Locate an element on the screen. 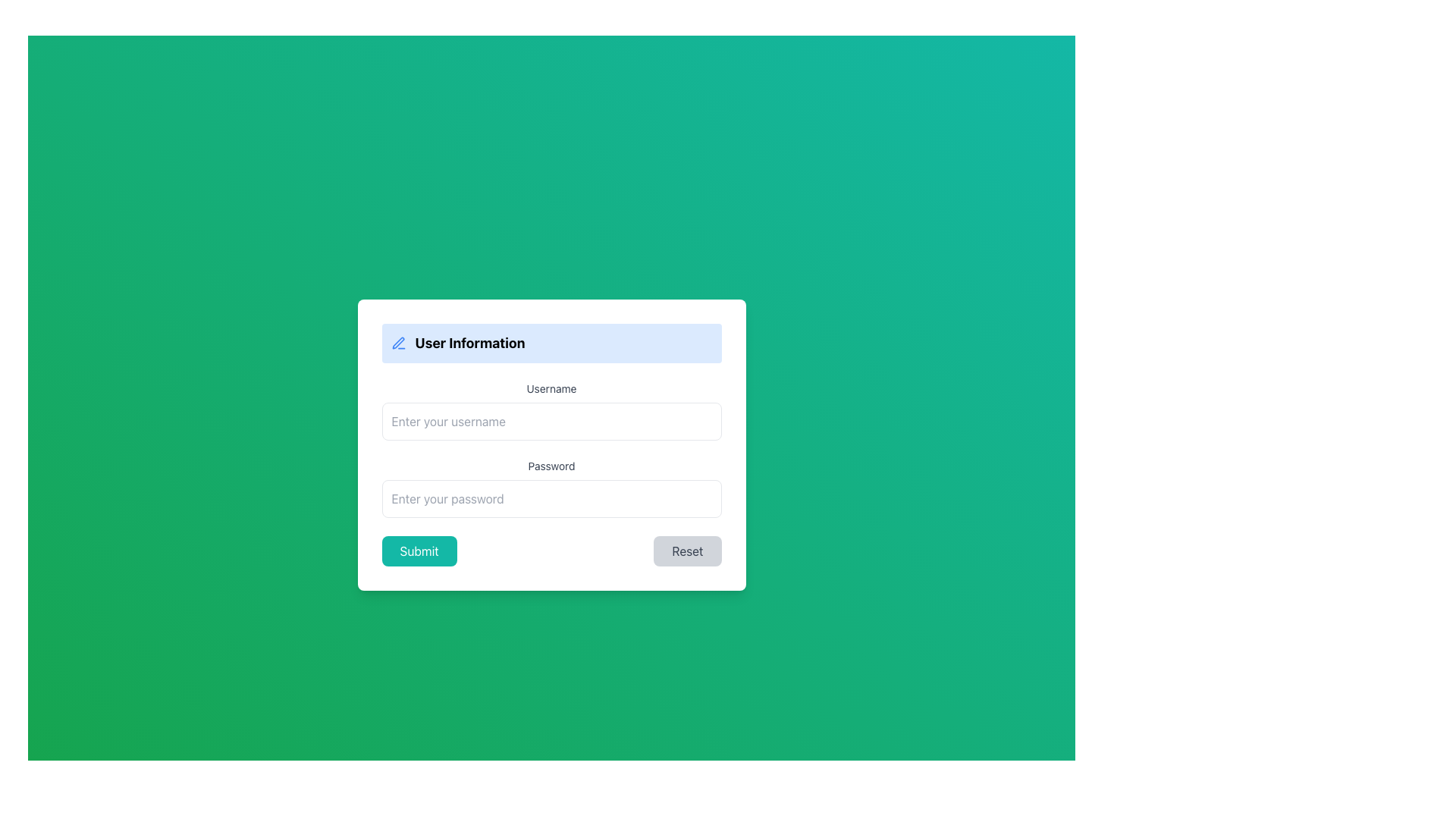 Image resolution: width=1456 pixels, height=819 pixels. the small blue pen icon located to the left of the 'User Information' title in the header section is located at coordinates (398, 343).